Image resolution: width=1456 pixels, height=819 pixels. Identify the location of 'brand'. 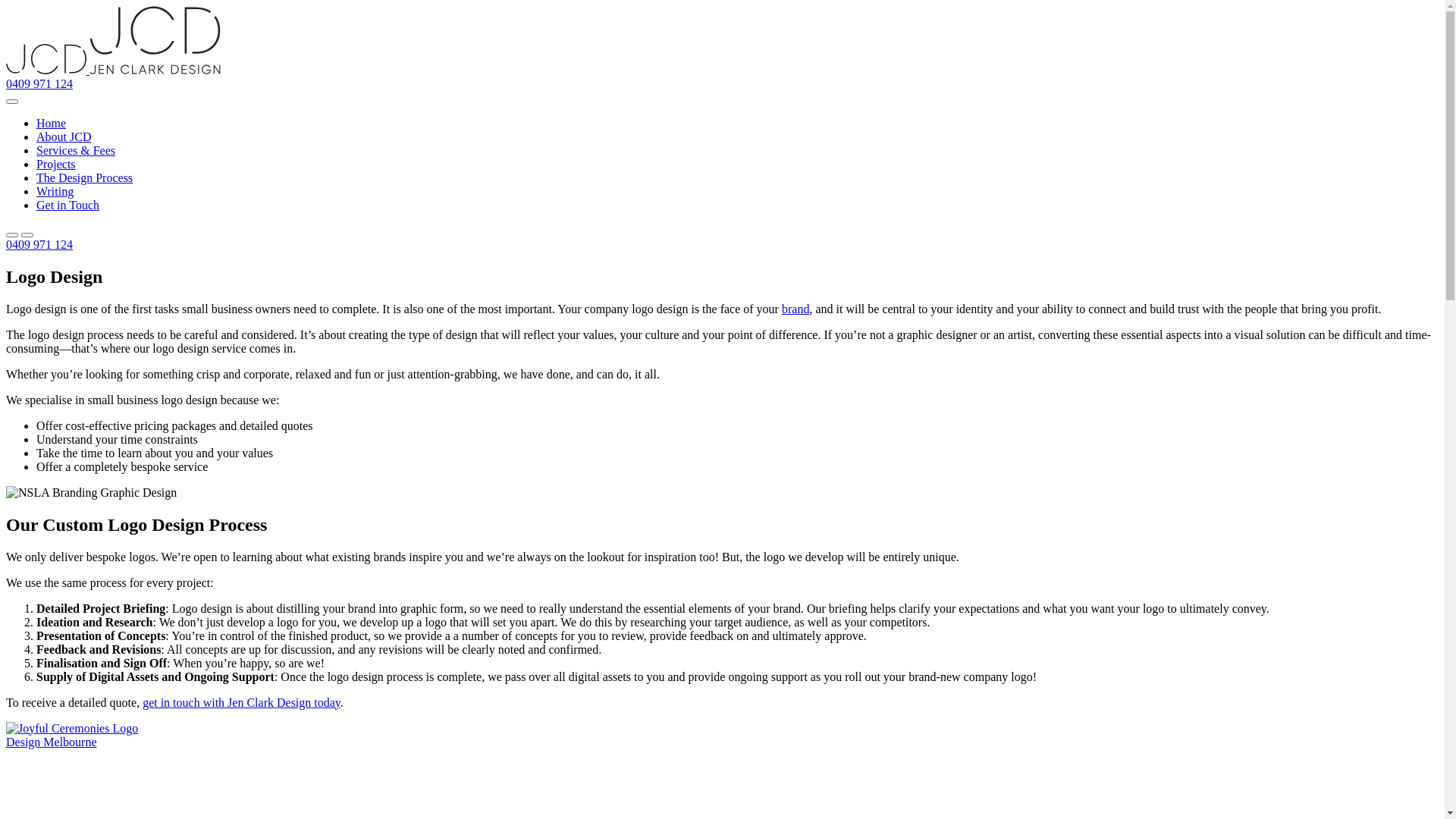
(795, 308).